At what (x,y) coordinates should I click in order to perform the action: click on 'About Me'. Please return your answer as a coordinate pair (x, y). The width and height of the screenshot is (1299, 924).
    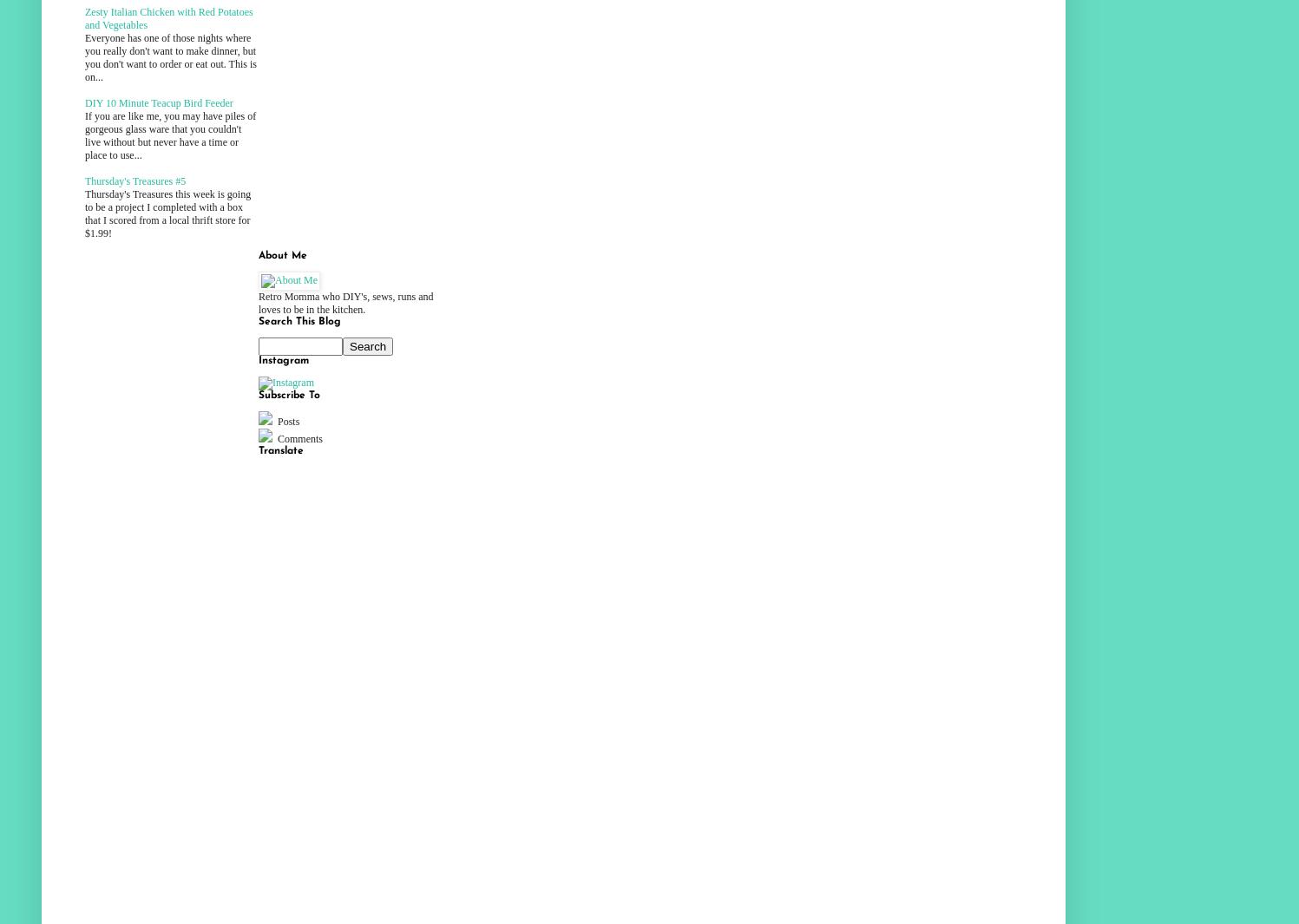
    Looking at the image, I should click on (283, 255).